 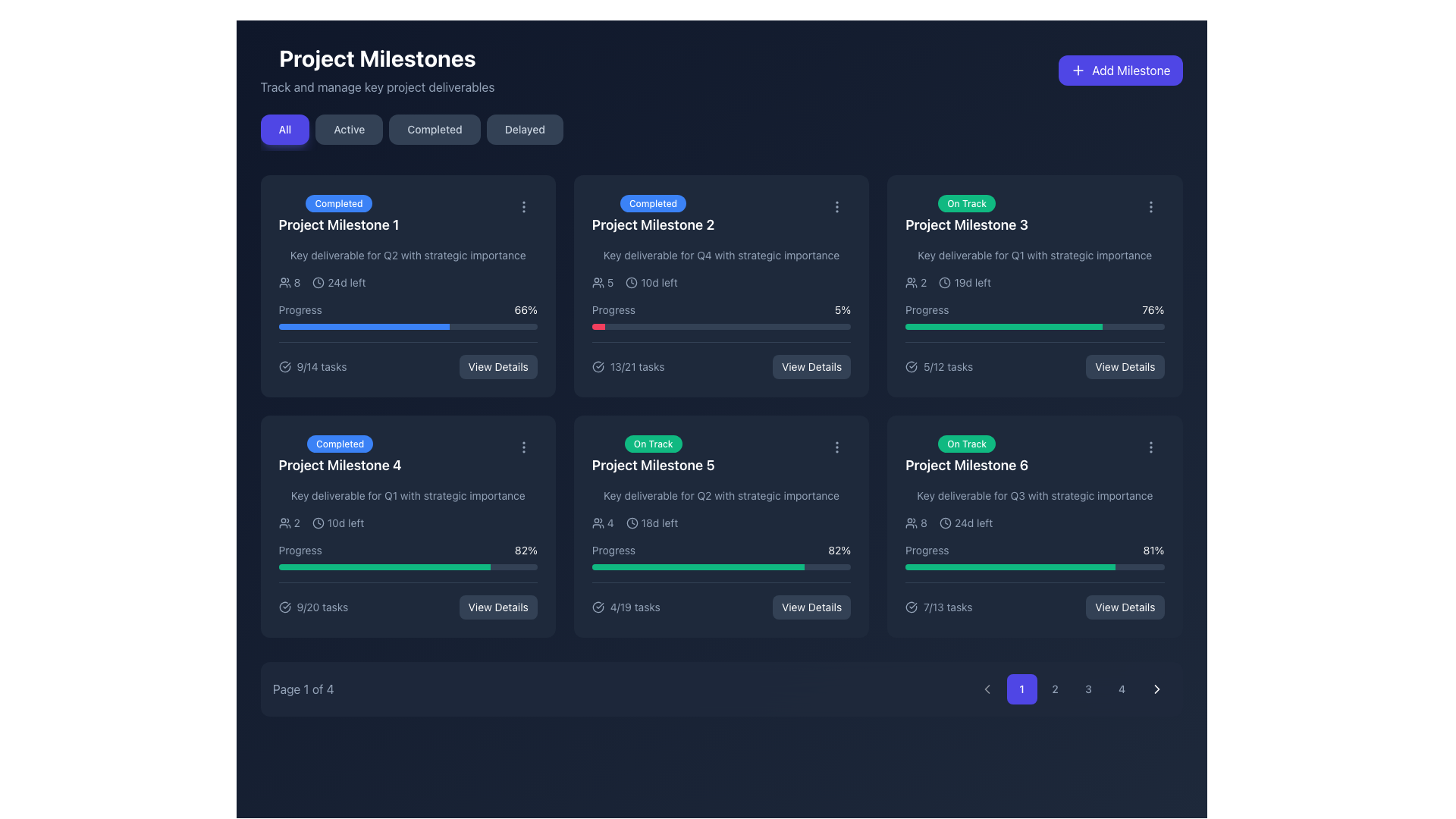 I want to click on the Text label displaying the project milestone title located in the bottom-left corner of the 'On Track' card, which is part of the second row in the grid layout, so click(x=653, y=464).